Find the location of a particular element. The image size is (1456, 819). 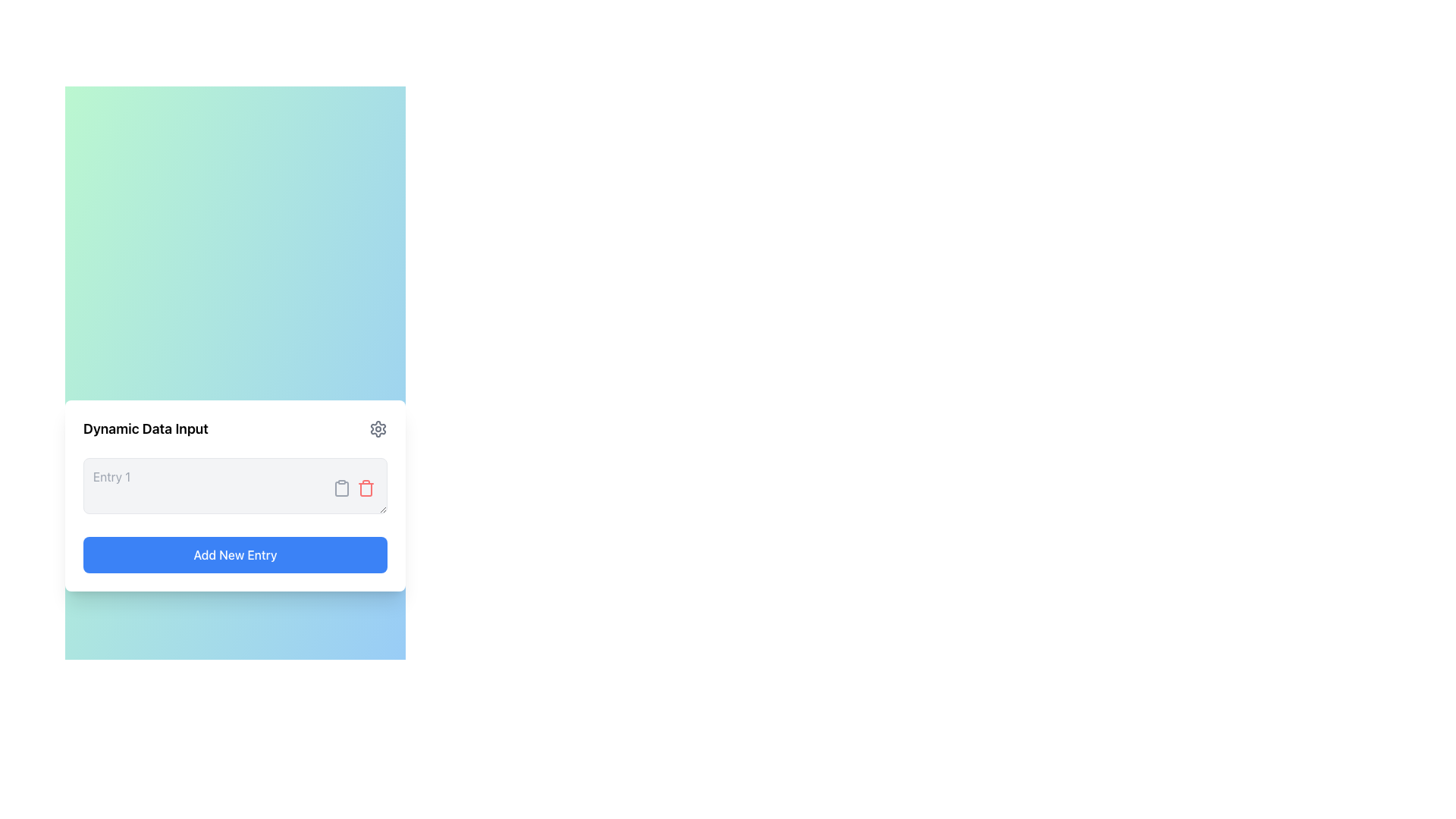

the clipboard icon is located at coordinates (341, 488).